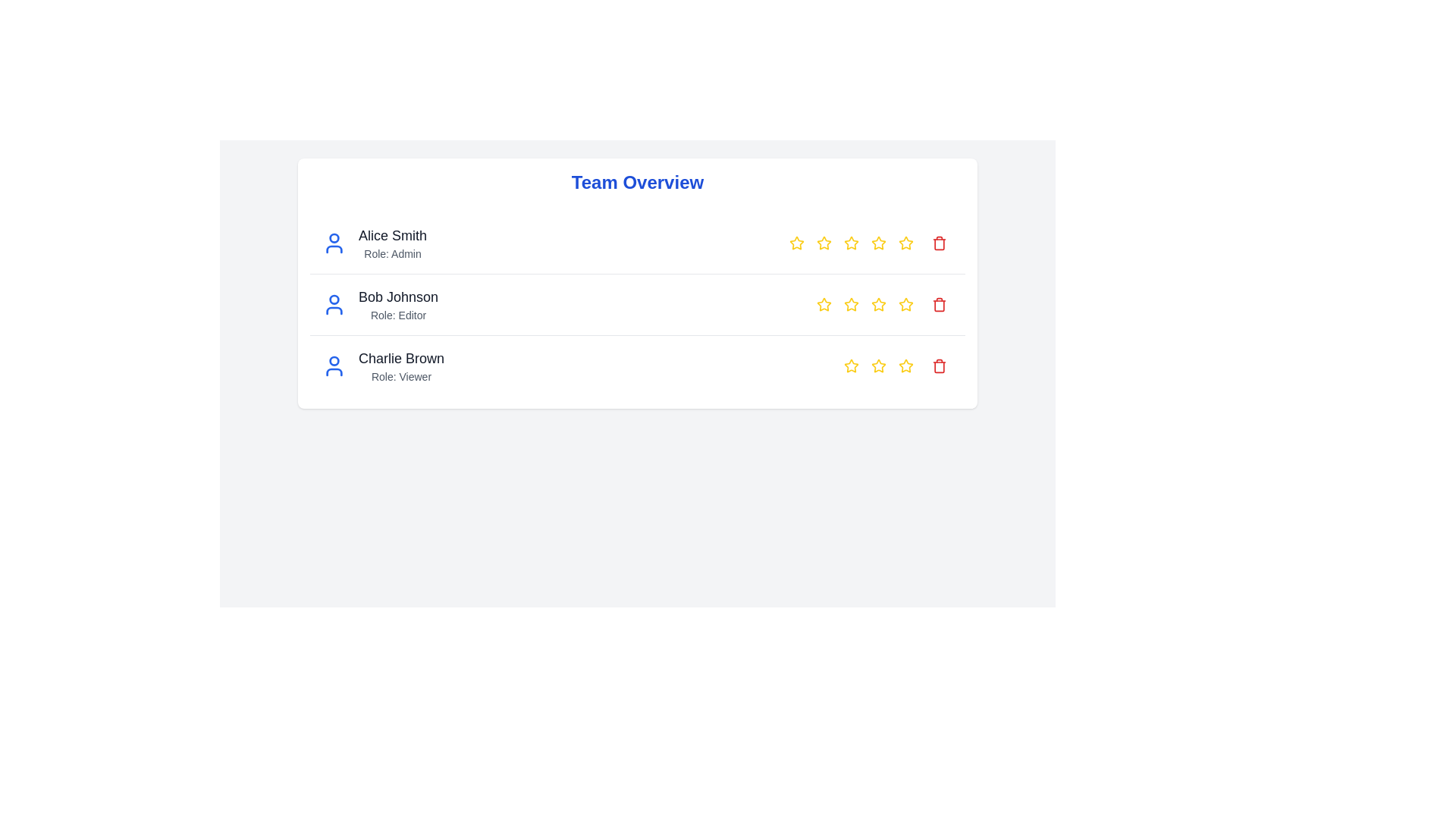 The width and height of the screenshot is (1456, 819). What do you see at coordinates (796, 242) in the screenshot?
I see `the first Rating Star Icon` at bounding box center [796, 242].